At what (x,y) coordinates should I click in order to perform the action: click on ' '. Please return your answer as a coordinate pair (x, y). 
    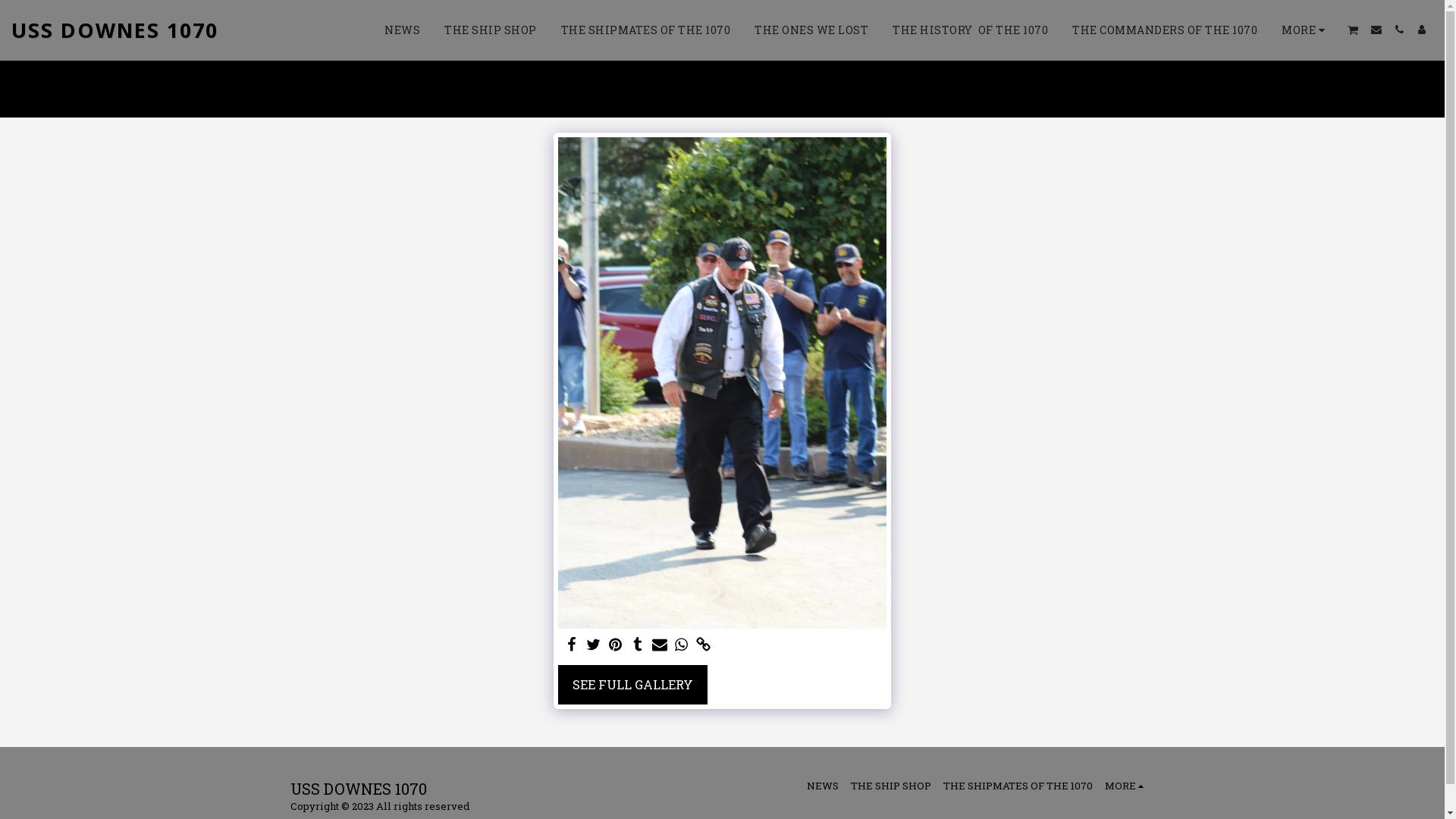
    Looking at the image, I should click on (680, 645).